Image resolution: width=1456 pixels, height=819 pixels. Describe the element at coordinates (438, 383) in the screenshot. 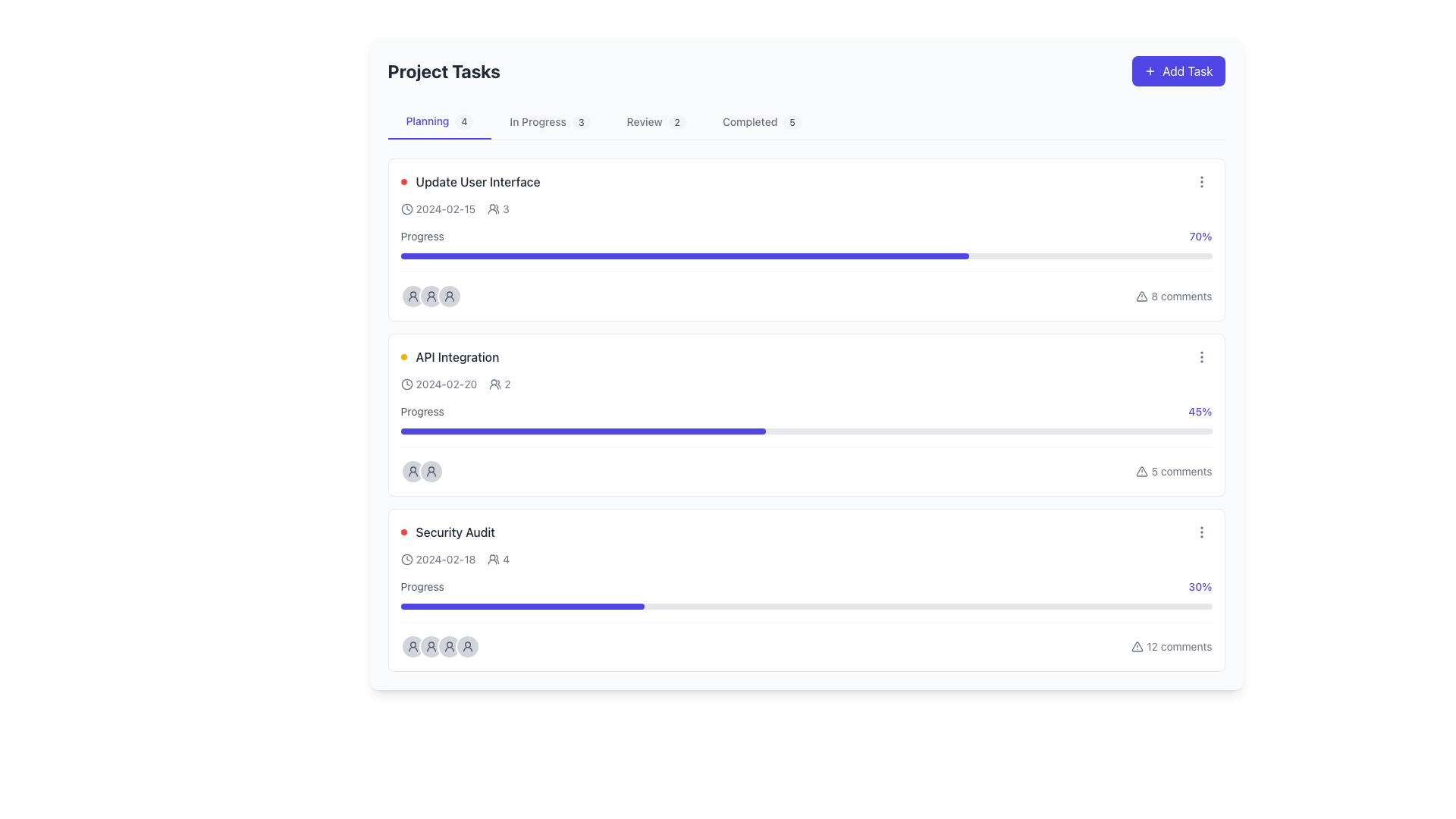

I see `date displayed on the Text label within the task card titled 'API Integration', located between the clock icon and the participant number '2'` at that location.